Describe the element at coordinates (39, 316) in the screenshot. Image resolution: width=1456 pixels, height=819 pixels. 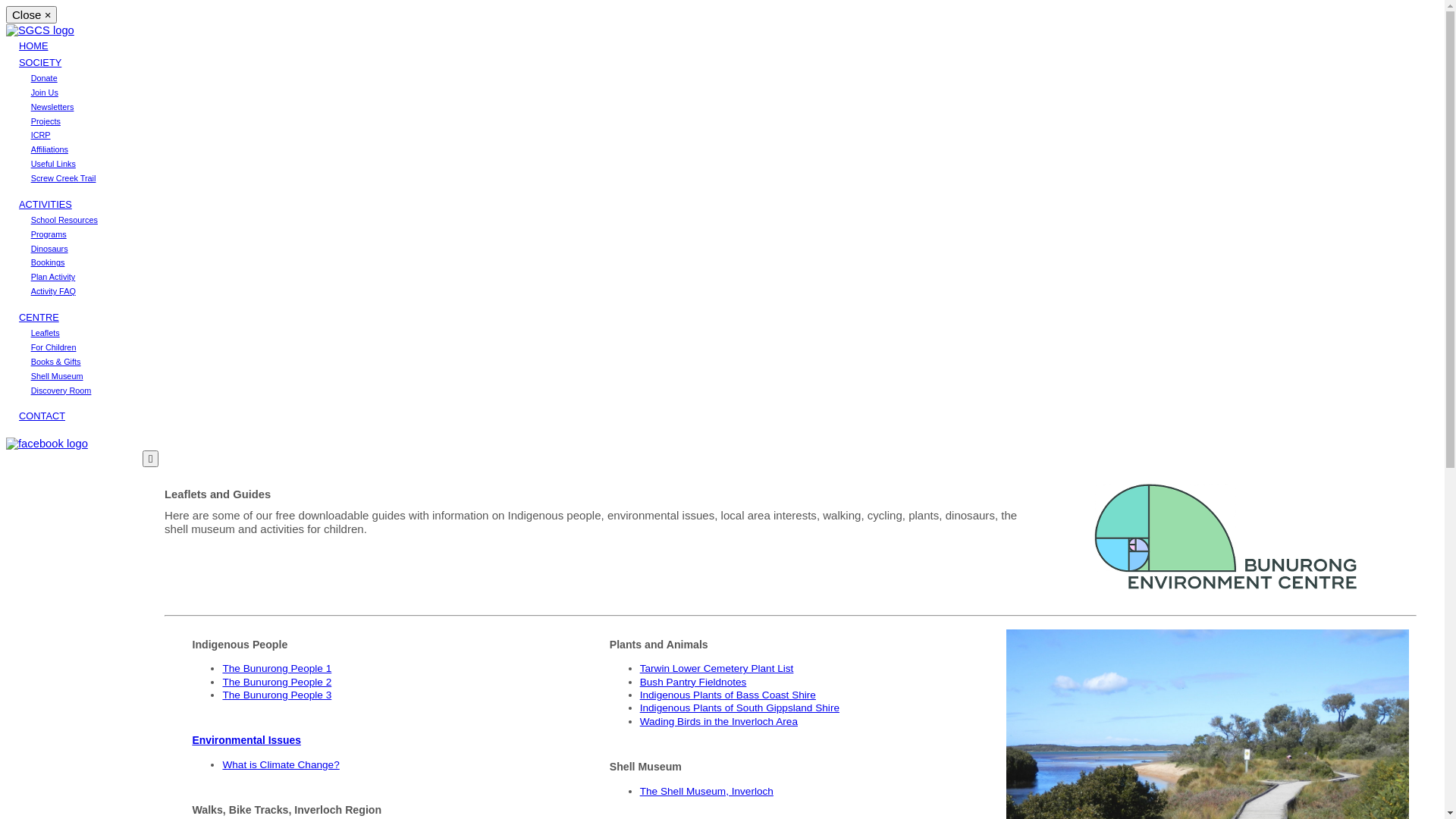
I see `'CENTRE'` at that location.